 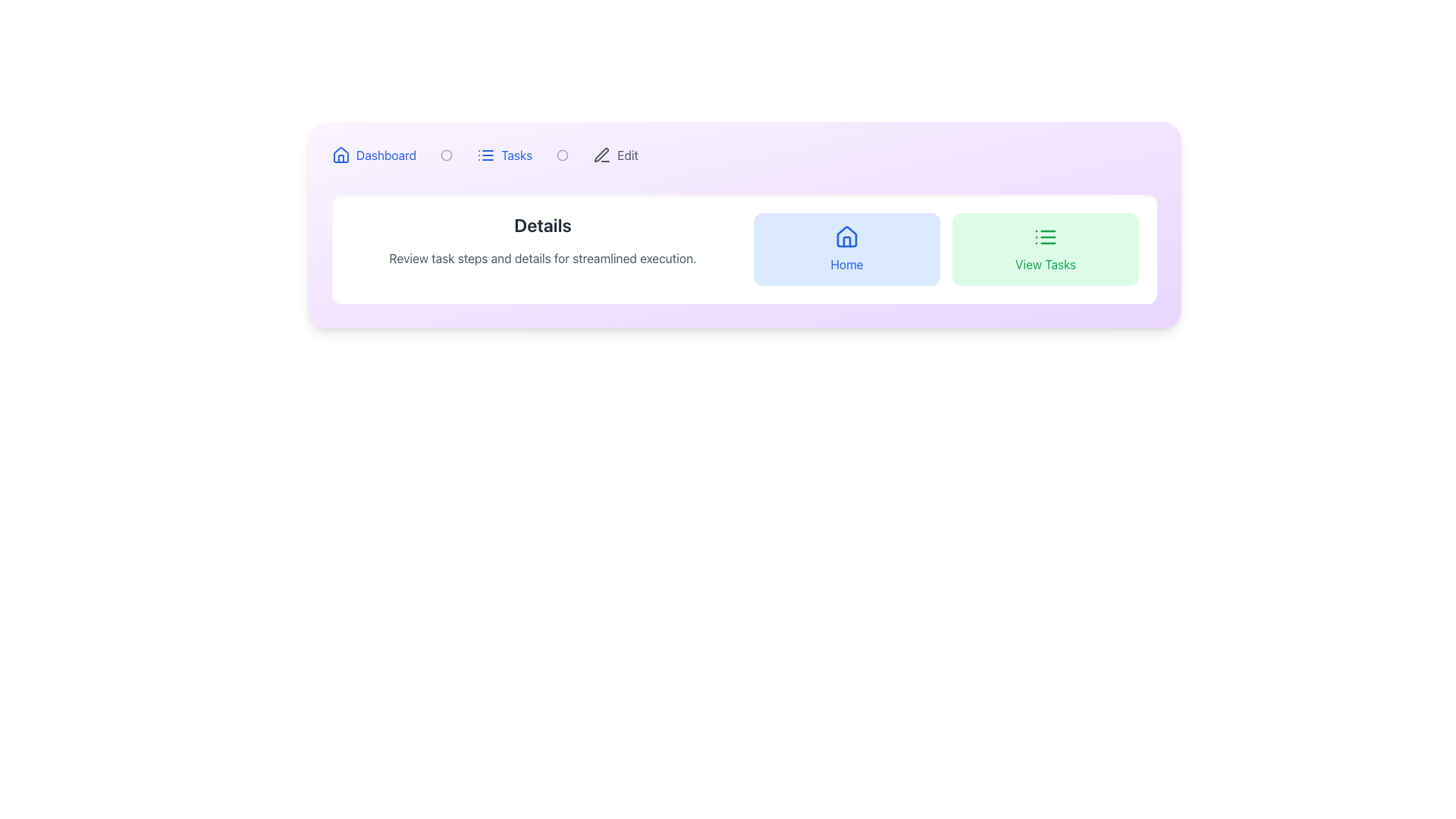 What do you see at coordinates (846, 237) in the screenshot?
I see `the house icon which is centrally located within the blue square button labeled 'Home'` at bounding box center [846, 237].